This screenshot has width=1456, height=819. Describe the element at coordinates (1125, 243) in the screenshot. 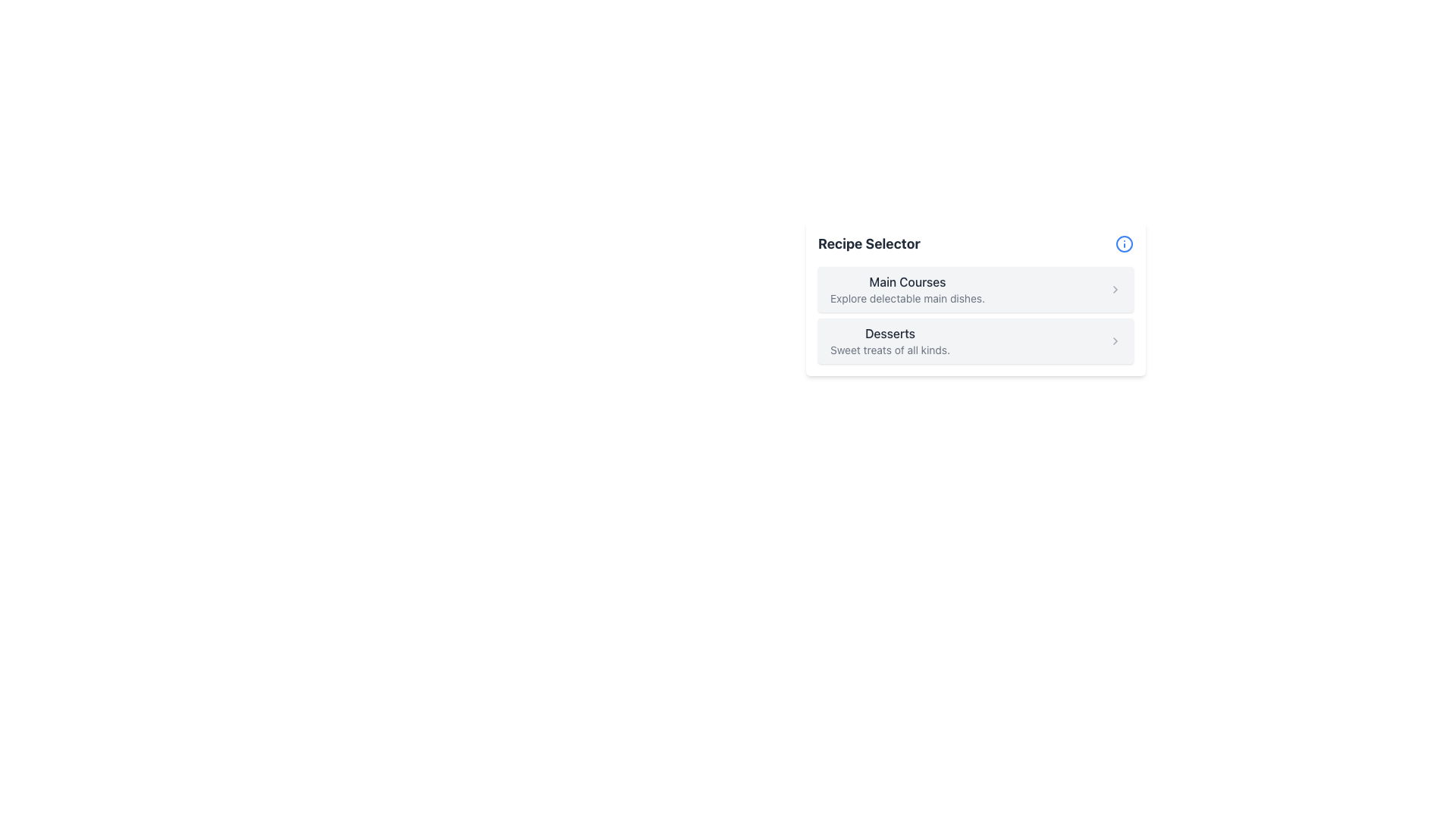

I see `the outer circle of the information icon in the top-right corner of the 'Recipe Selector' panel, which is represented by a circular vector graphics element in the SVG` at that location.